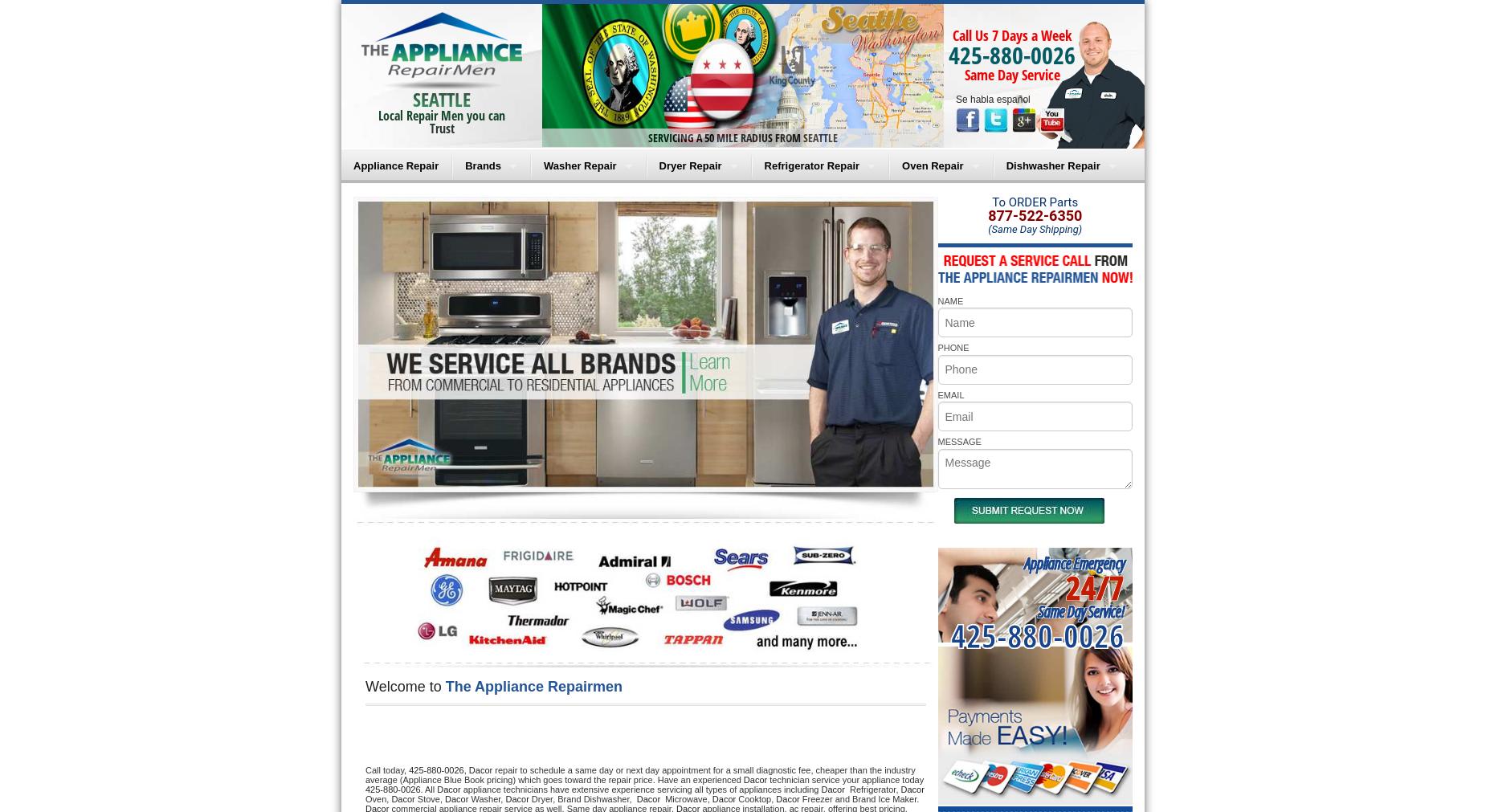 The width and height of the screenshot is (1486, 812). I want to click on 'SEATTLE', so click(442, 98).